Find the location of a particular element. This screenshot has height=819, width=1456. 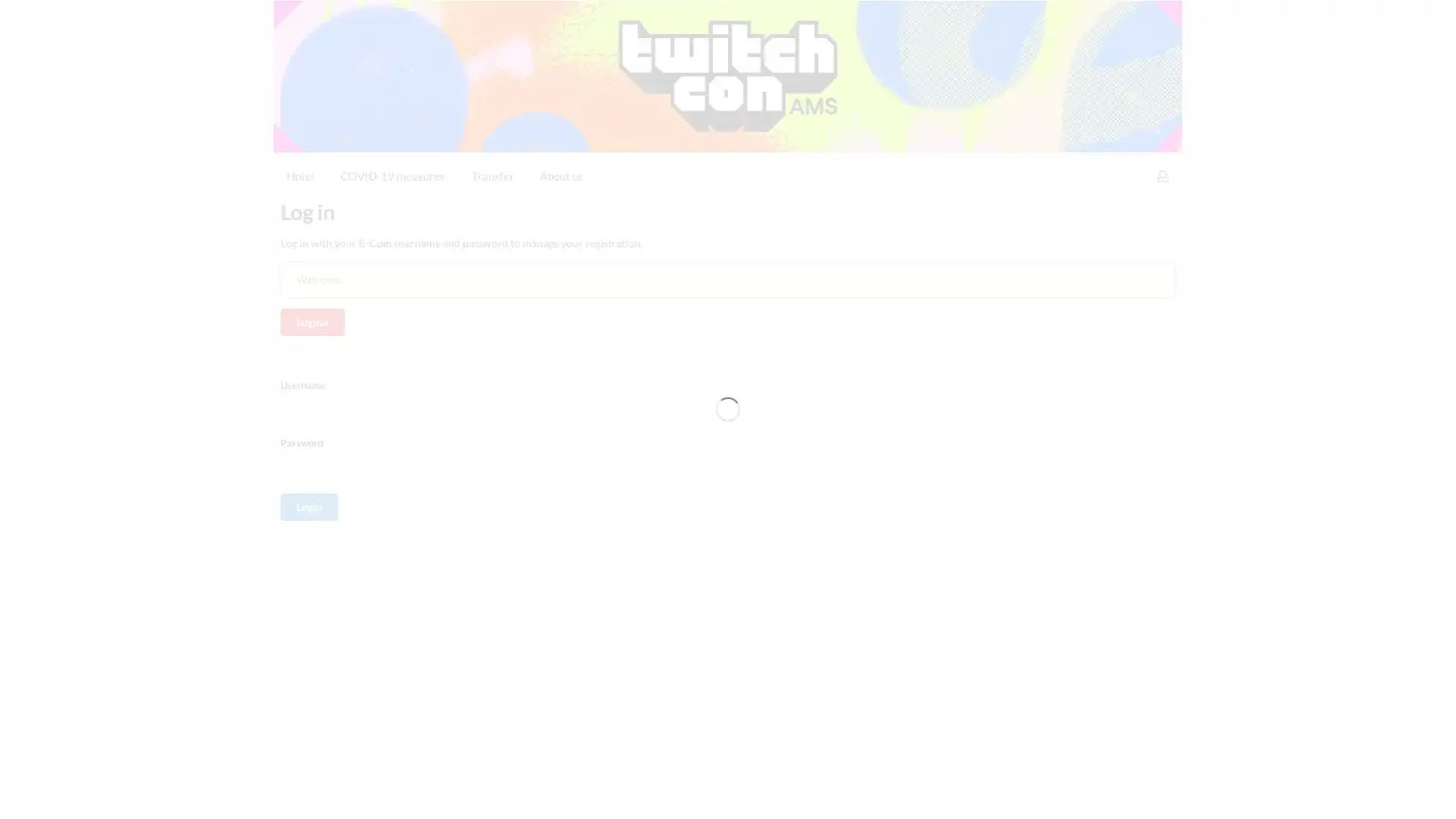

Customise Settings is located at coordinates (932, 794).